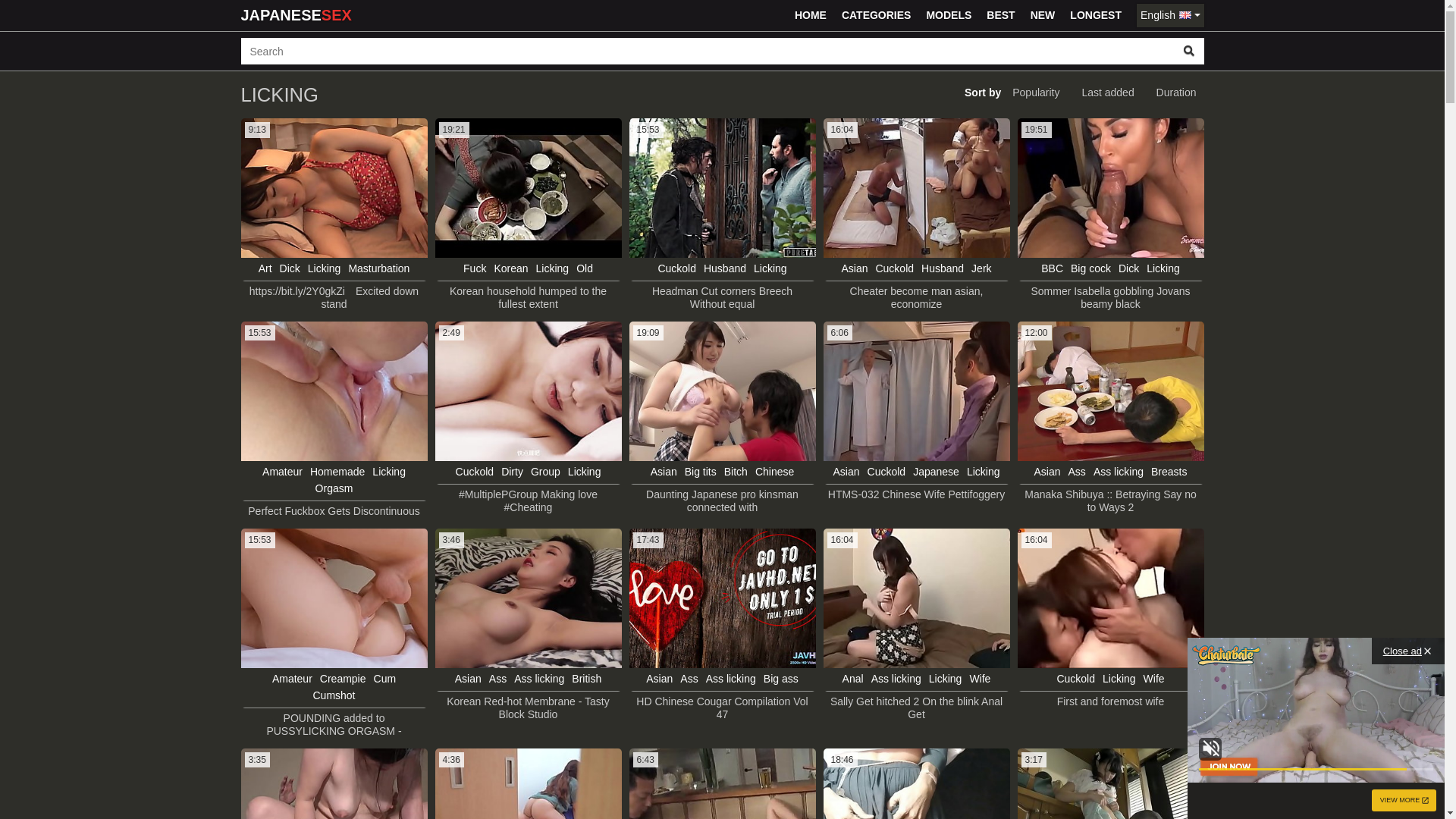 The image size is (1456, 819). Describe the element at coordinates (1188, 50) in the screenshot. I see `'Search'` at that location.